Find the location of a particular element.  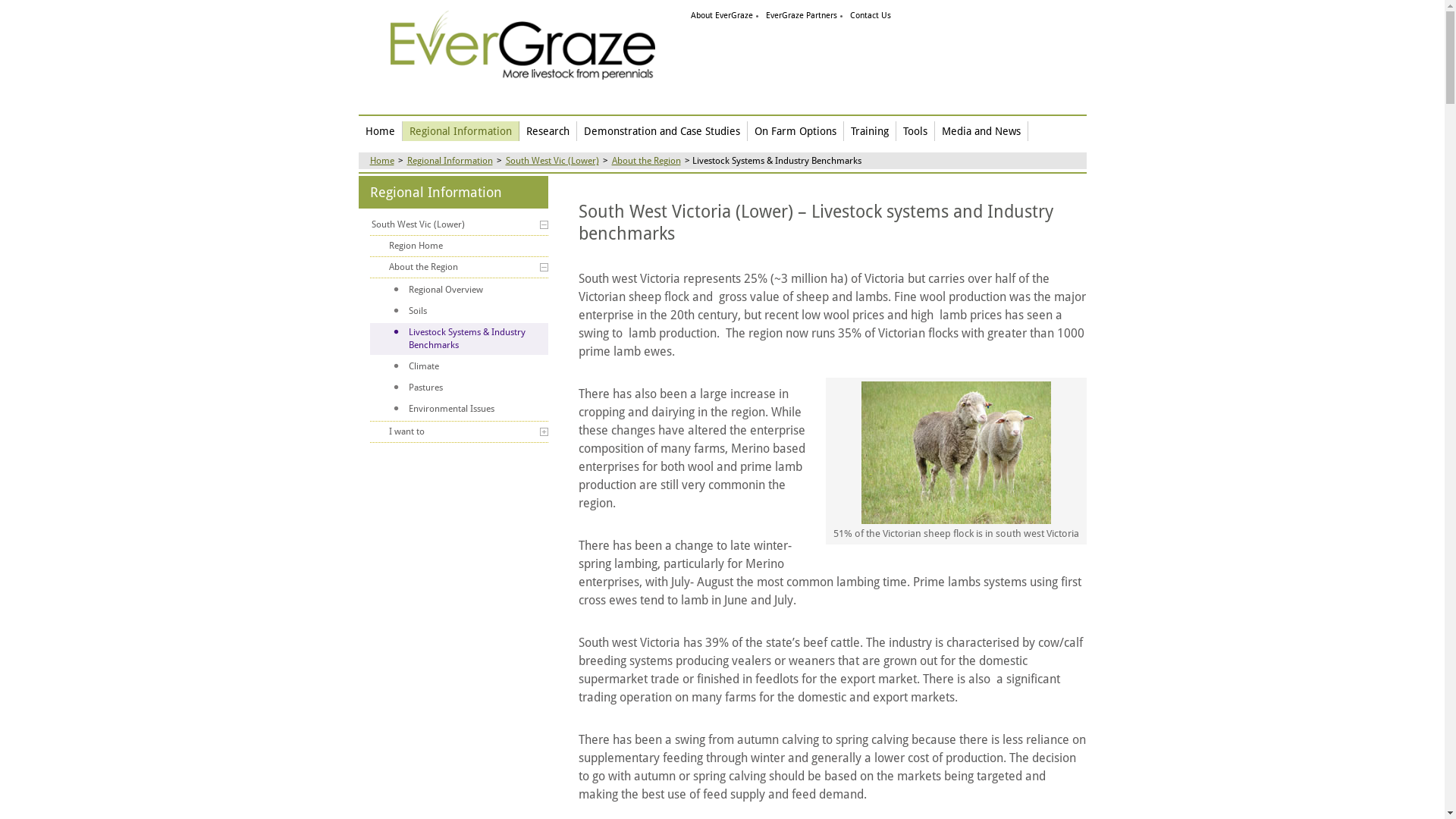

'Environmental Issues' is located at coordinates (458, 408).